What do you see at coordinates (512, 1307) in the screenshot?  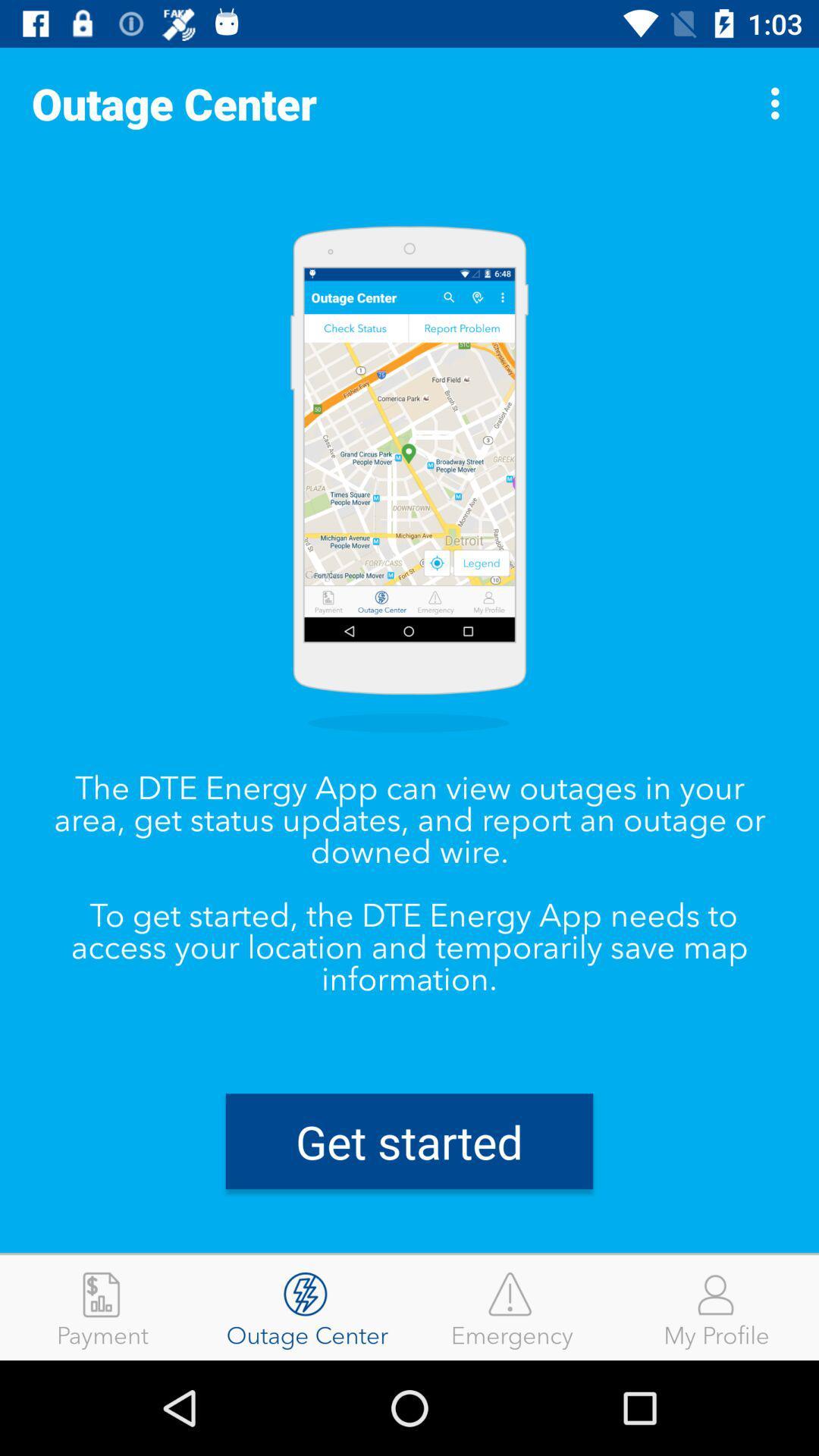 I see `emergency item` at bounding box center [512, 1307].